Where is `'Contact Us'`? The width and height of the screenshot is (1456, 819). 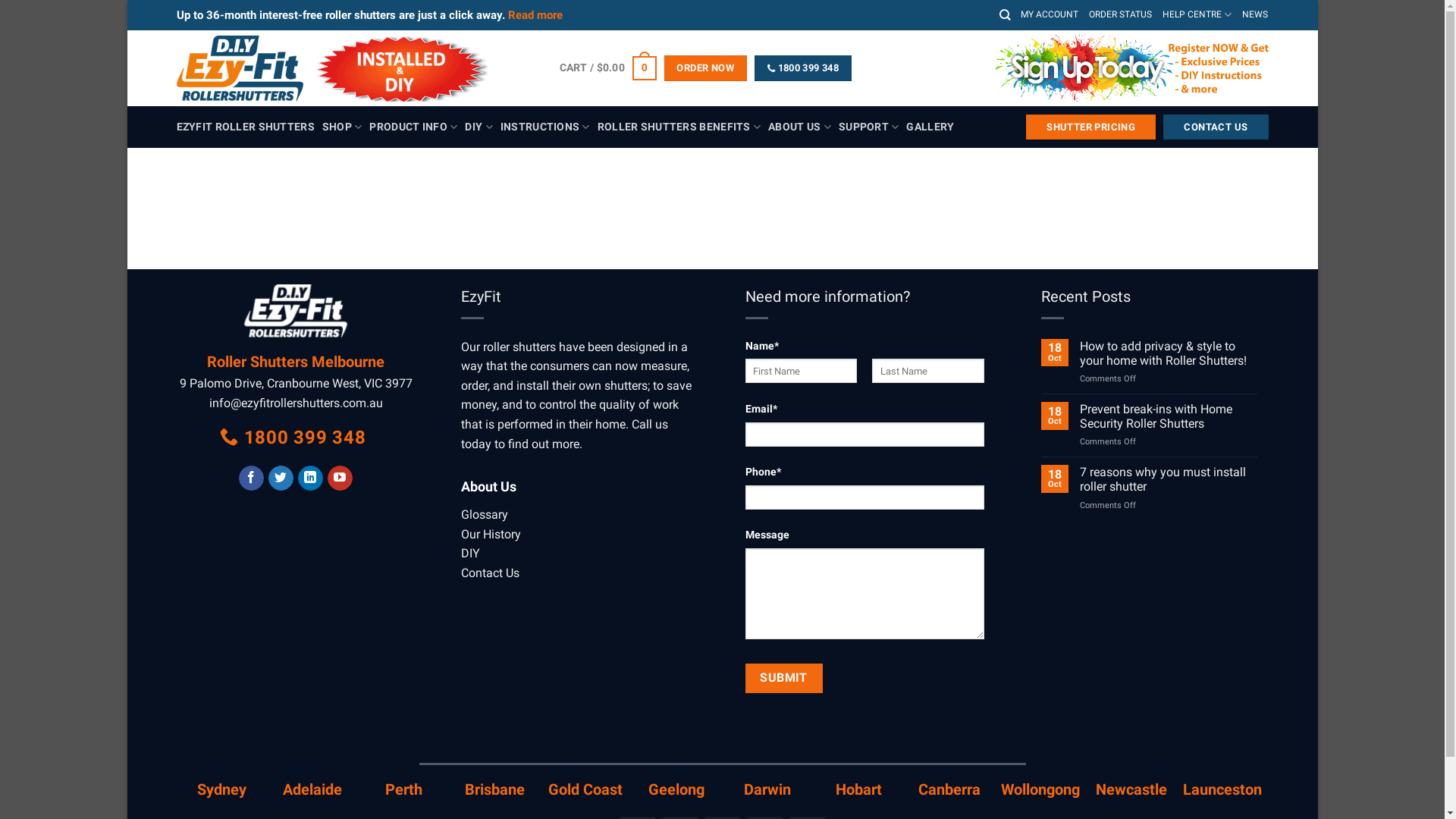
'Contact Us' is located at coordinates (460, 573).